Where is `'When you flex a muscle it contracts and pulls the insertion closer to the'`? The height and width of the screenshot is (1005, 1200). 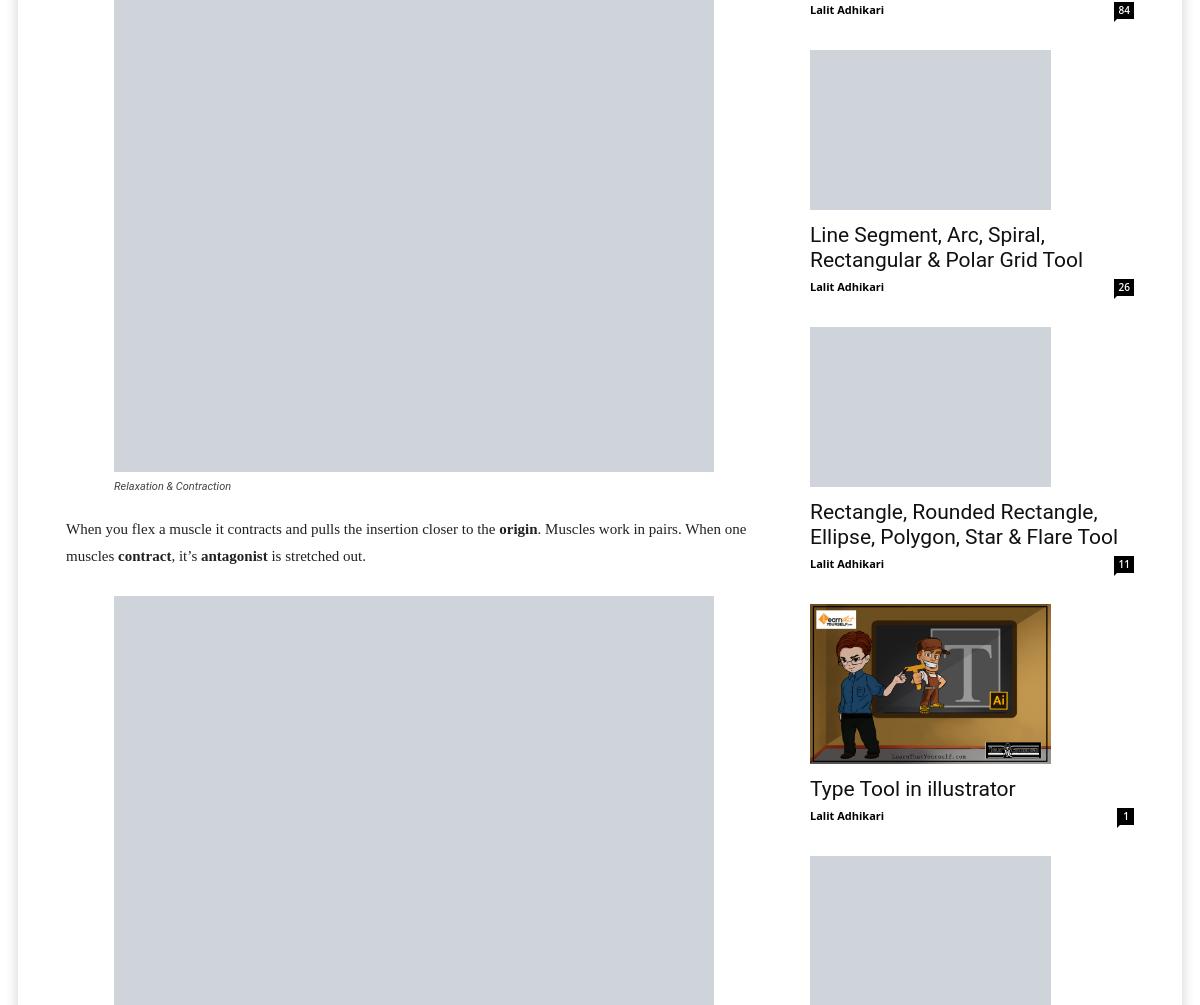 'When you flex a muscle it contracts and pulls the insertion closer to the' is located at coordinates (66, 528).